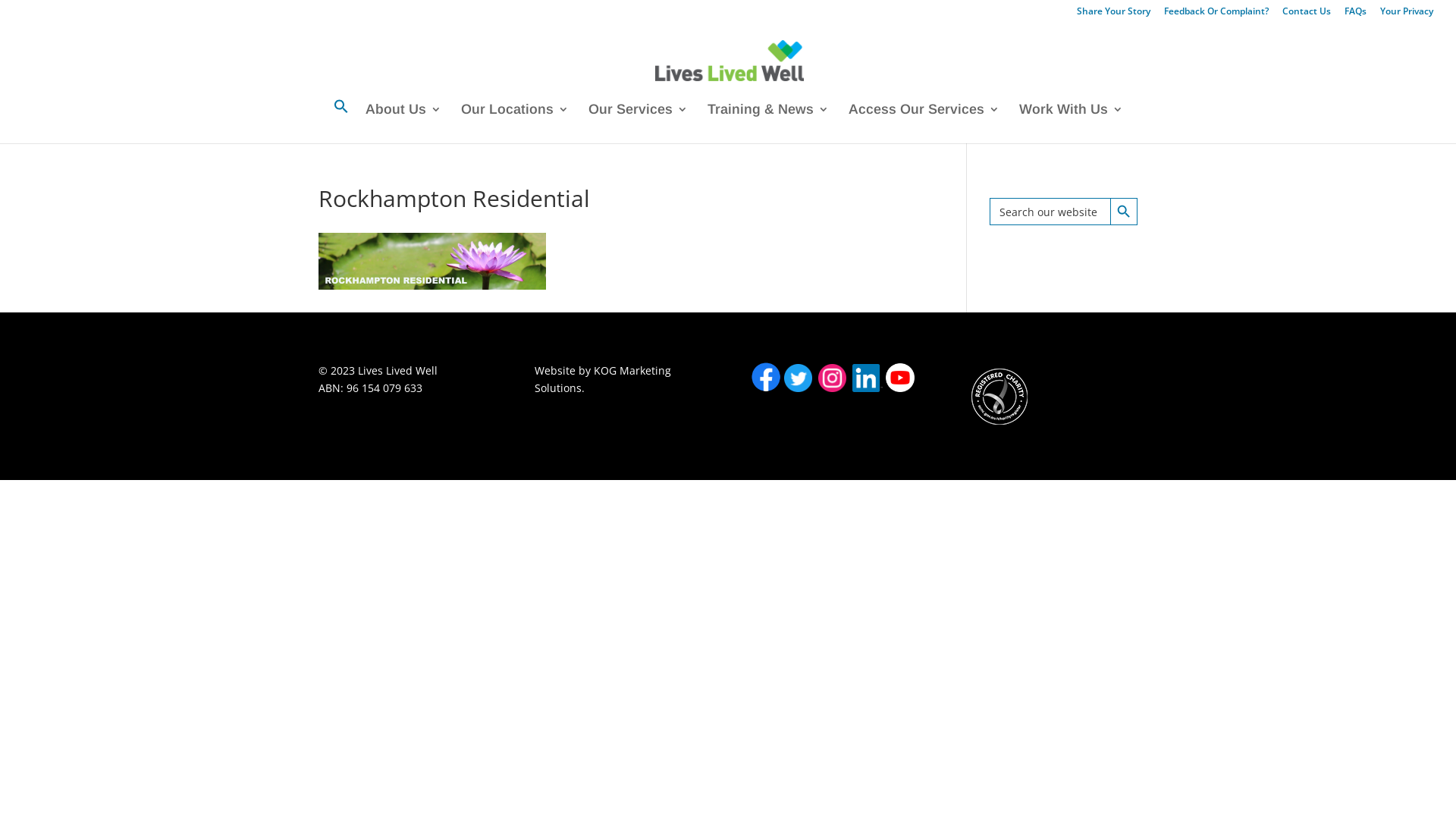 This screenshot has width=1456, height=819. Describe the element at coordinates (922, 122) in the screenshot. I see `'Access Our Services'` at that location.